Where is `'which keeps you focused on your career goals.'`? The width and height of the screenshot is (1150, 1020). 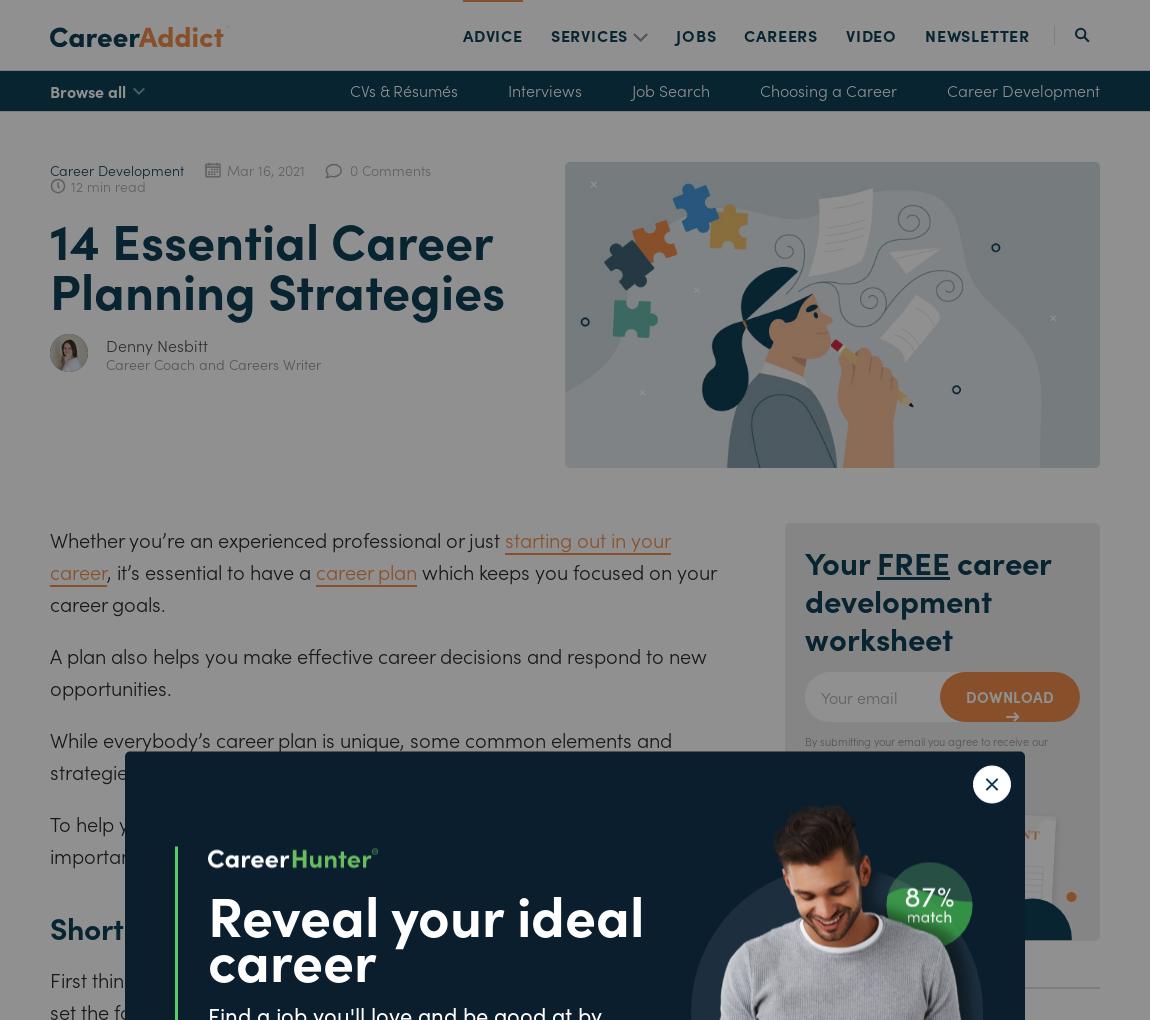
'which keeps you focused on your career goals.' is located at coordinates (382, 587).